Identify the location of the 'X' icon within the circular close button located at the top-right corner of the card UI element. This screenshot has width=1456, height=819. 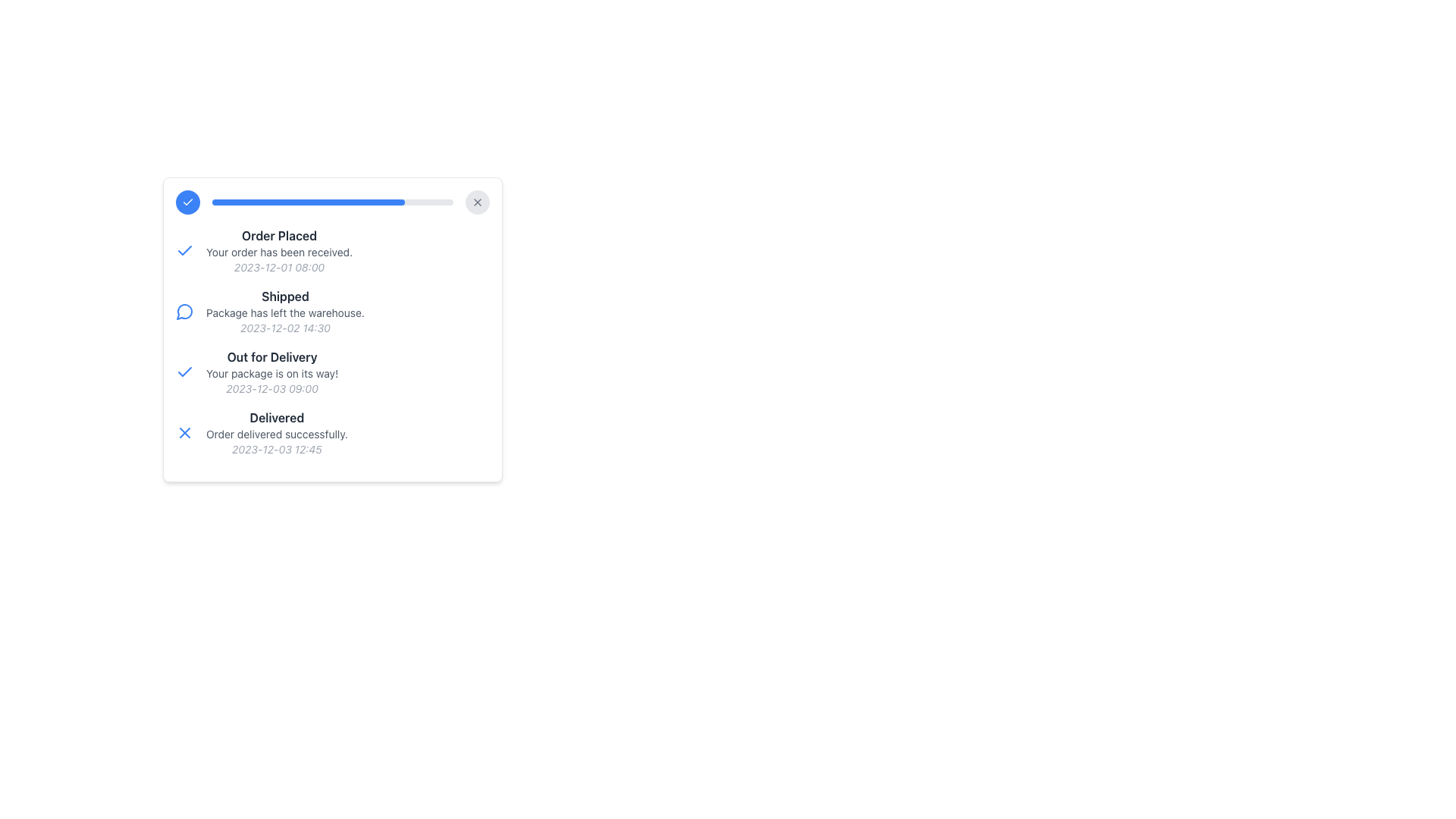
(476, 201).